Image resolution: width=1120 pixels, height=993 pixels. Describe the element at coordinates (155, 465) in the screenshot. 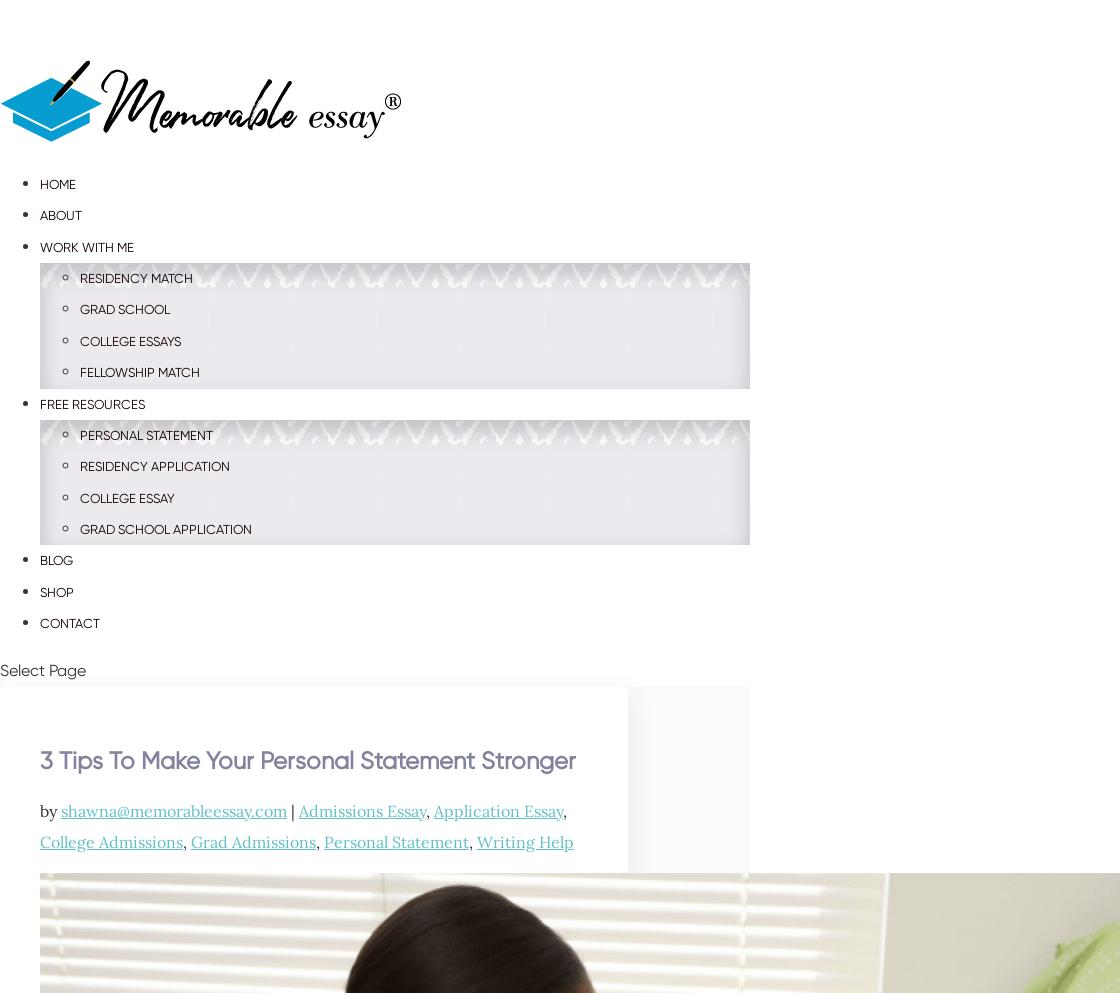

I see `'RESIDENCY APPLICATION'` at that location.